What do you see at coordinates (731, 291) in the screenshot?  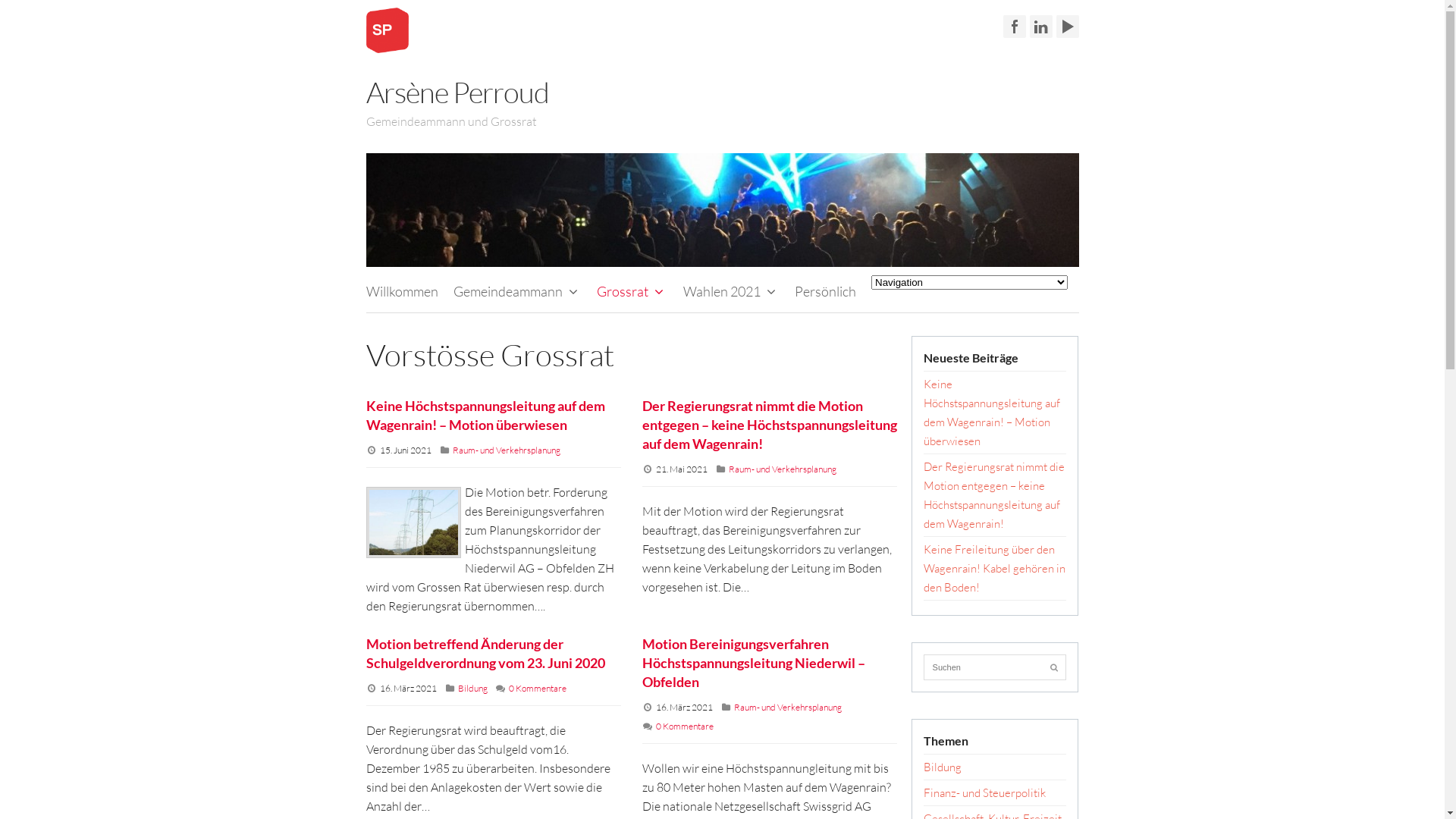 I see `'Wahlen 2021'` at bounding box center [731, 291].